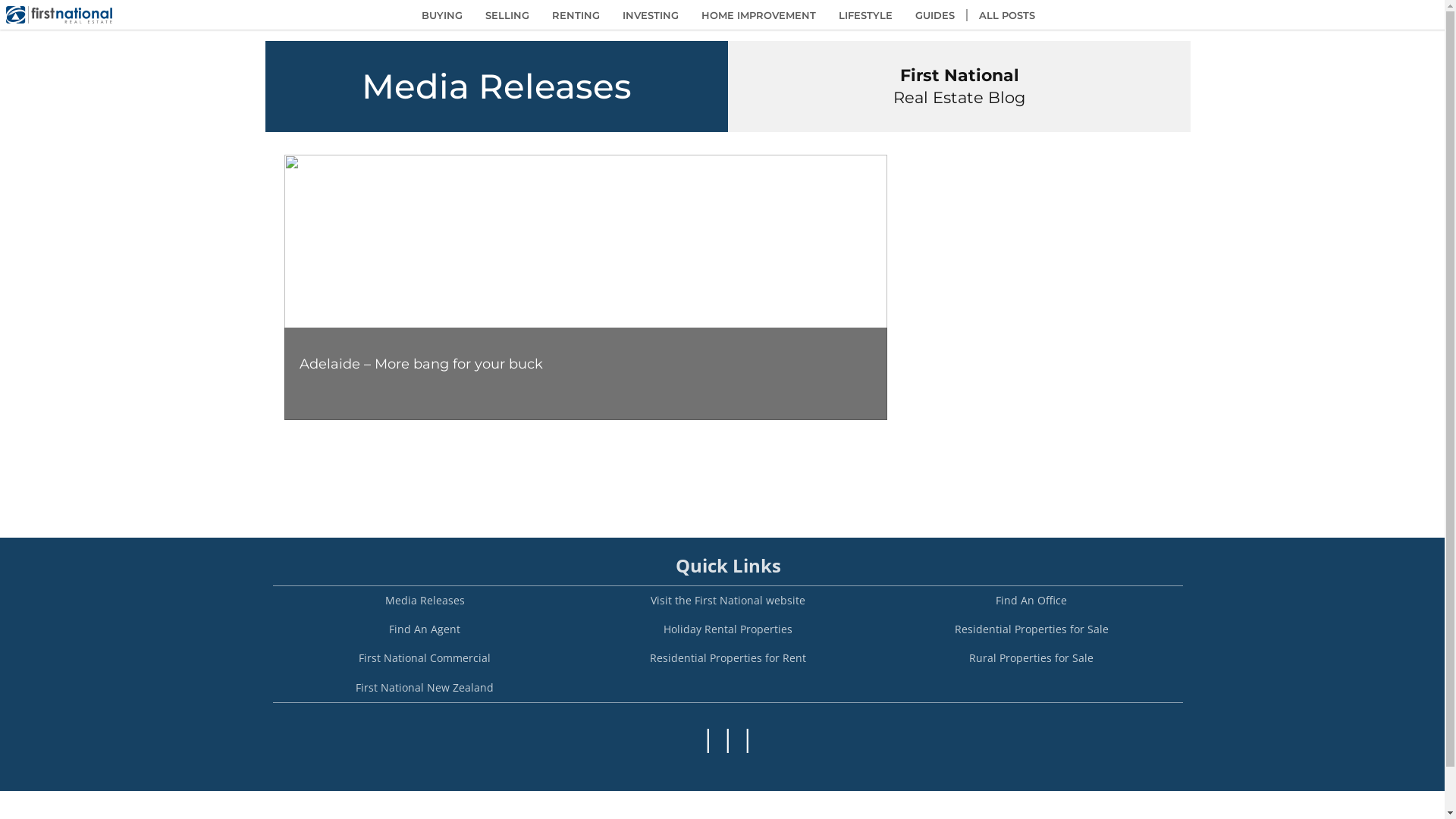 The width and height of the screenshot is (1456, 819). I want to click on 'Rural Properties for Sale', so click(1031, 657).